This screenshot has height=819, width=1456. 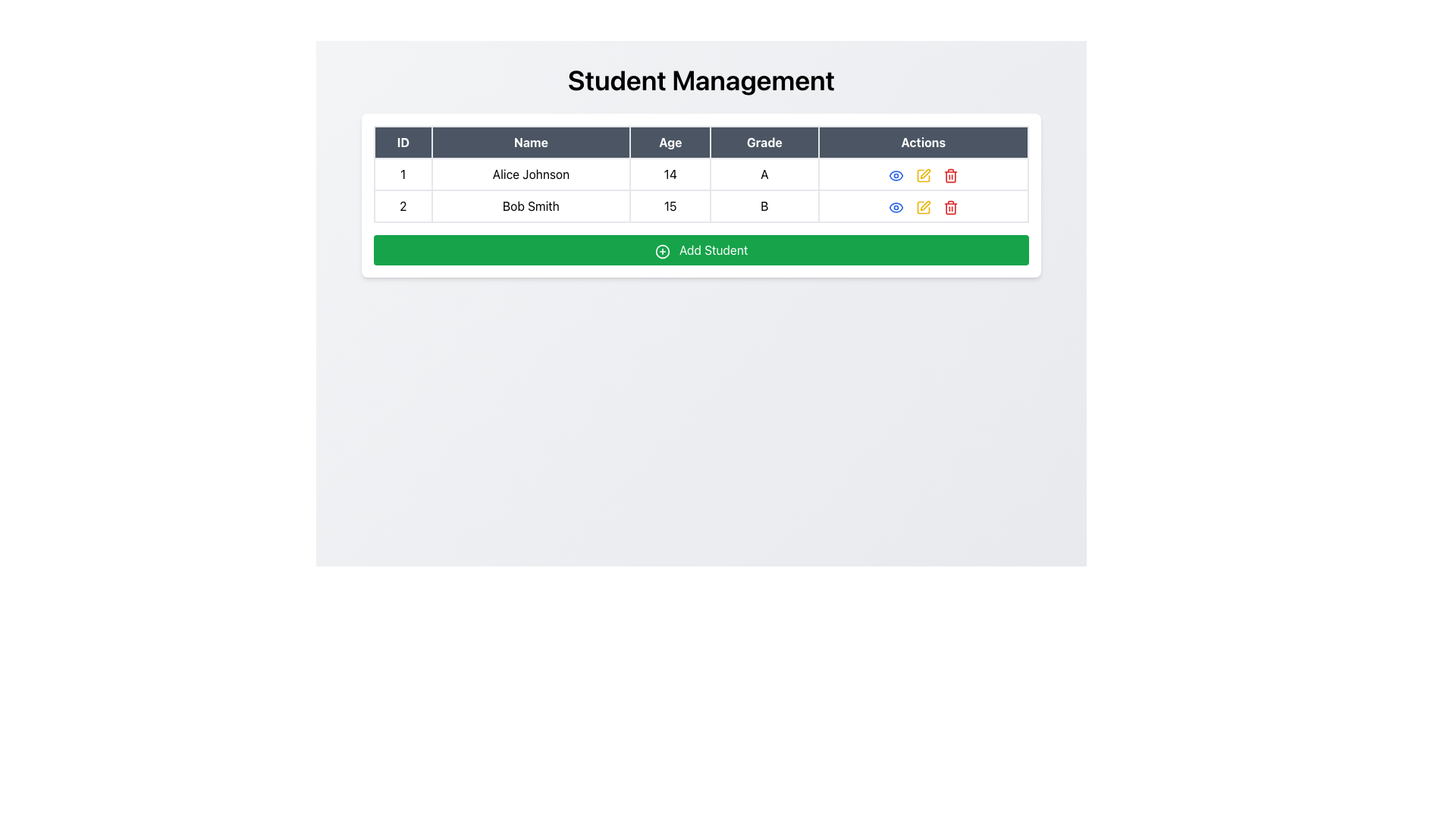 What do you see at coordinates (764, 206) in the screenshot?
I see `the static text character 'B' located in the fourth column of the second row of a table under the 'Grade' header, which is displayed in bold black font on a white background` at bounding box center [764, 206].